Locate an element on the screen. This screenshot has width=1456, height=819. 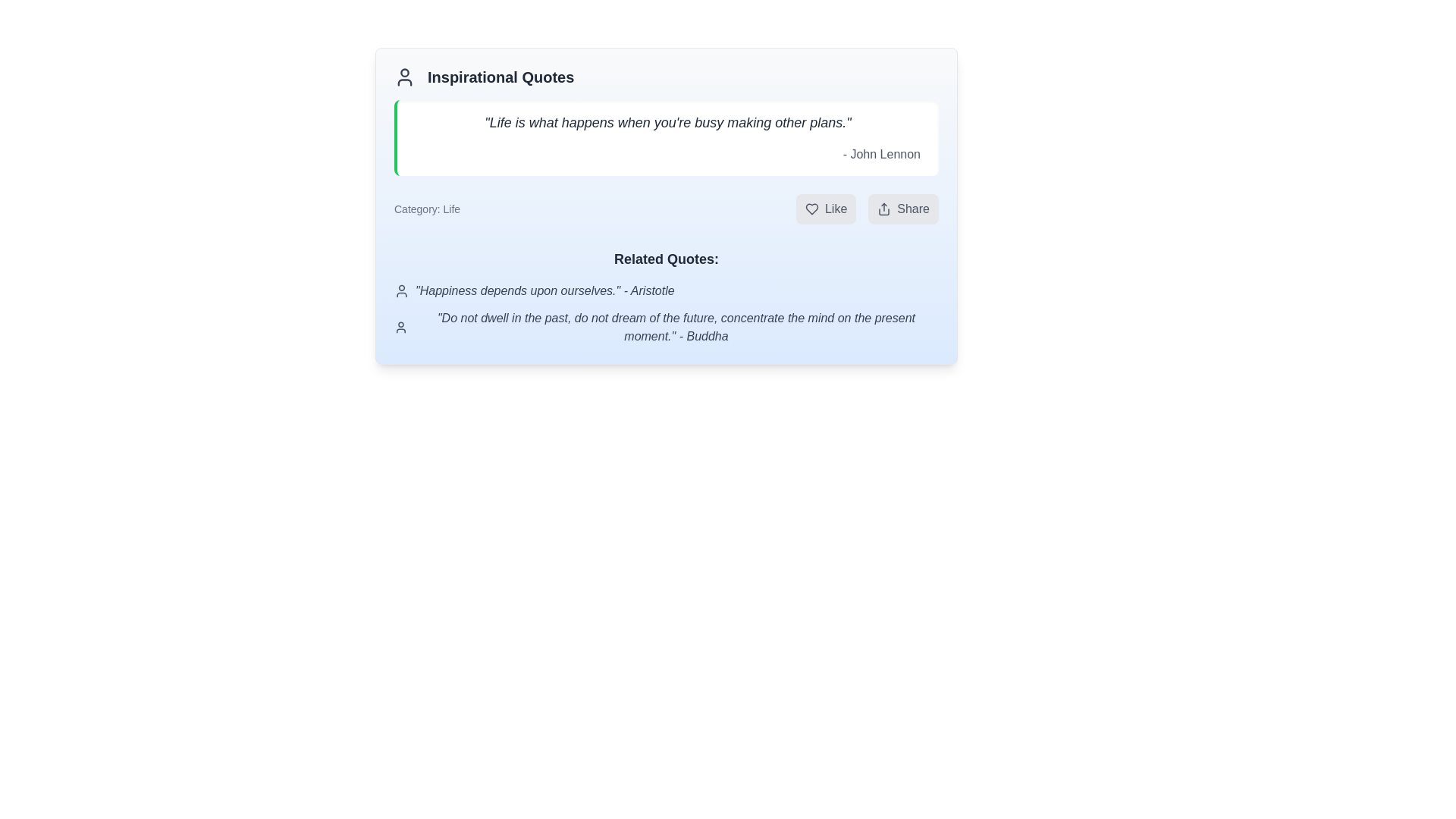
the static text block displaying the quote by Buddha, which is italicized and gray in color is located at coordinates (666, 327).